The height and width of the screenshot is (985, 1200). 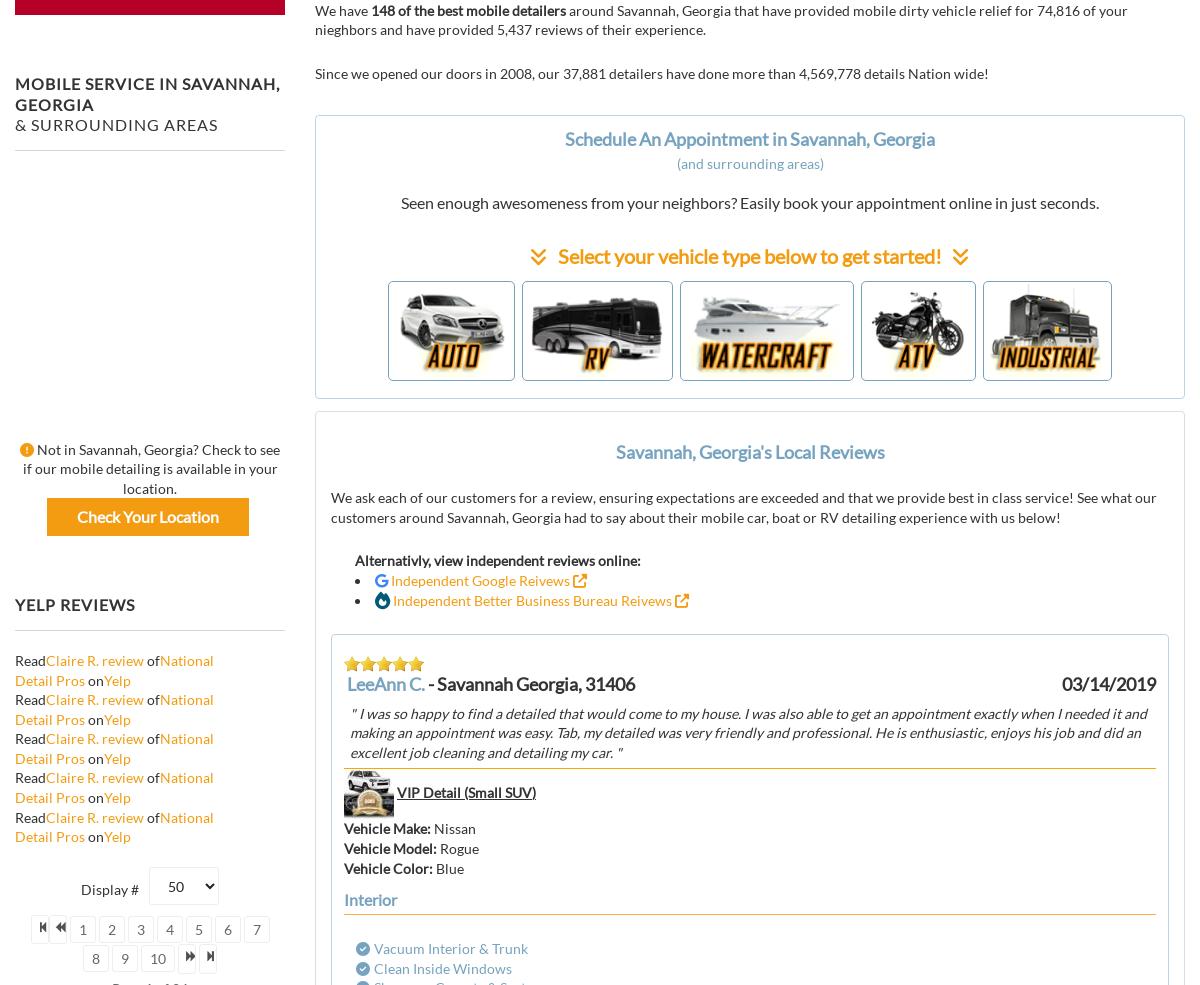 I want to click on 'Schedule An Appointment in Savannah, Georgia', so click(x=750, y=138).